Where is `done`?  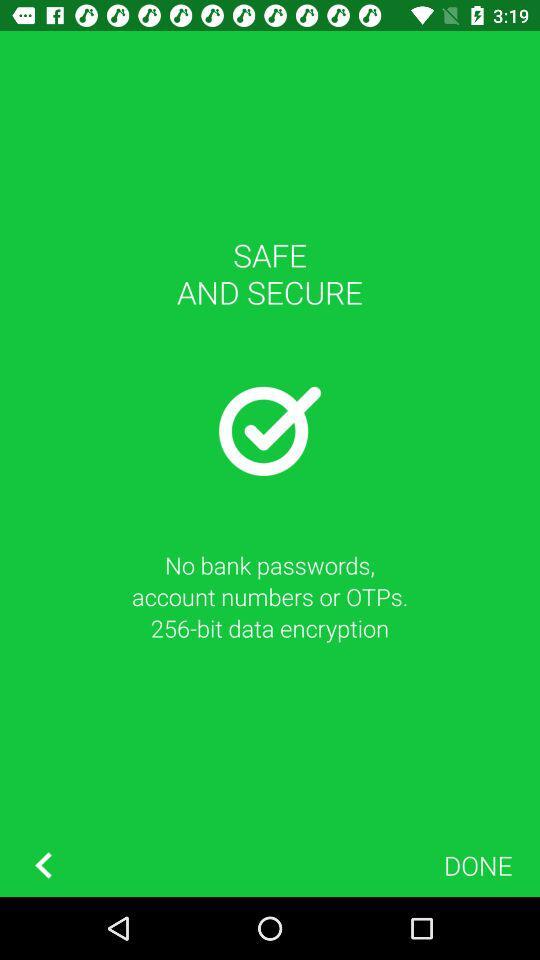
done is located at coordinates (477, 864).